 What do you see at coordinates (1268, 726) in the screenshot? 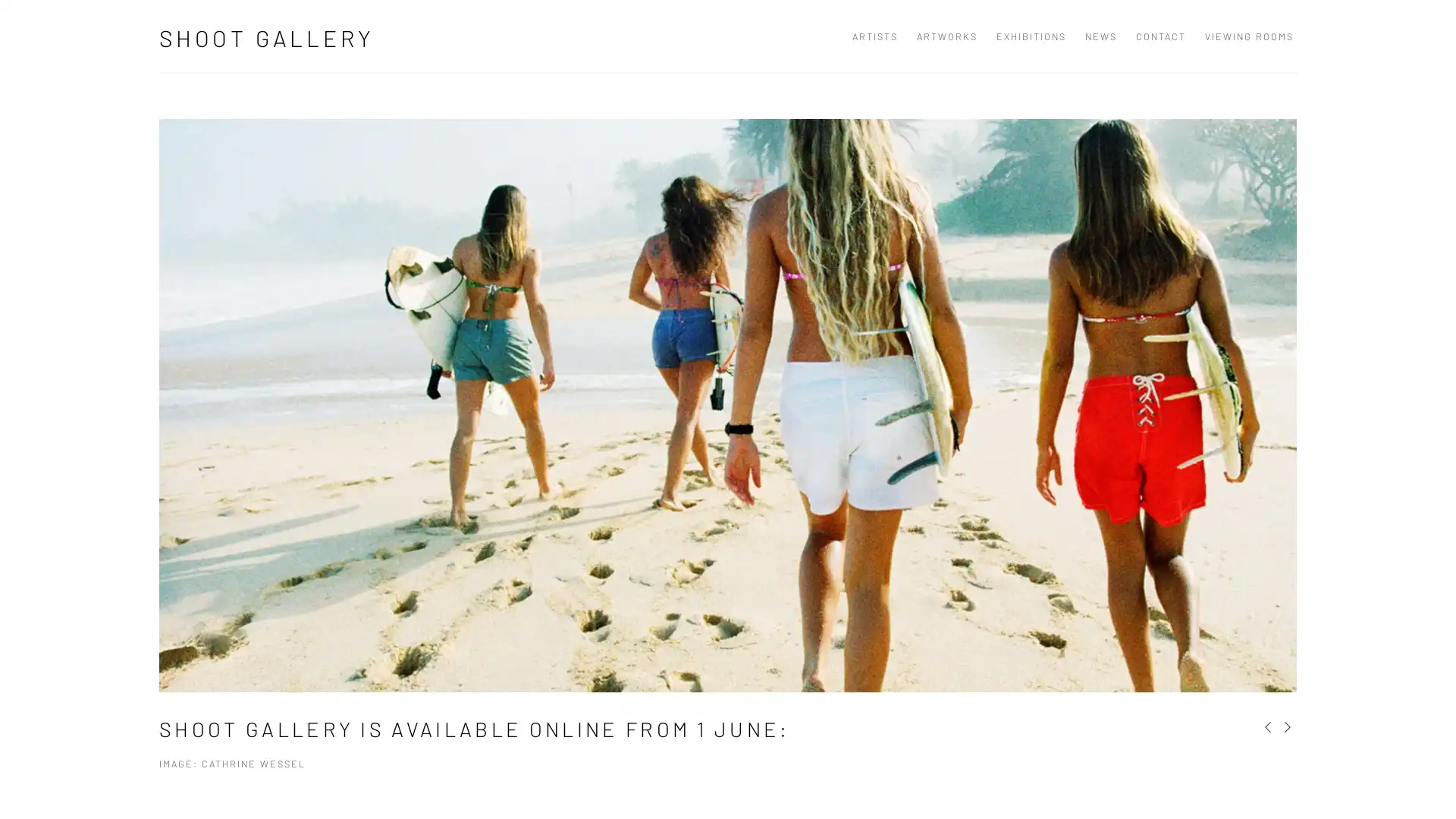
I see `Previous slide` at bounding box center [1268, 726].